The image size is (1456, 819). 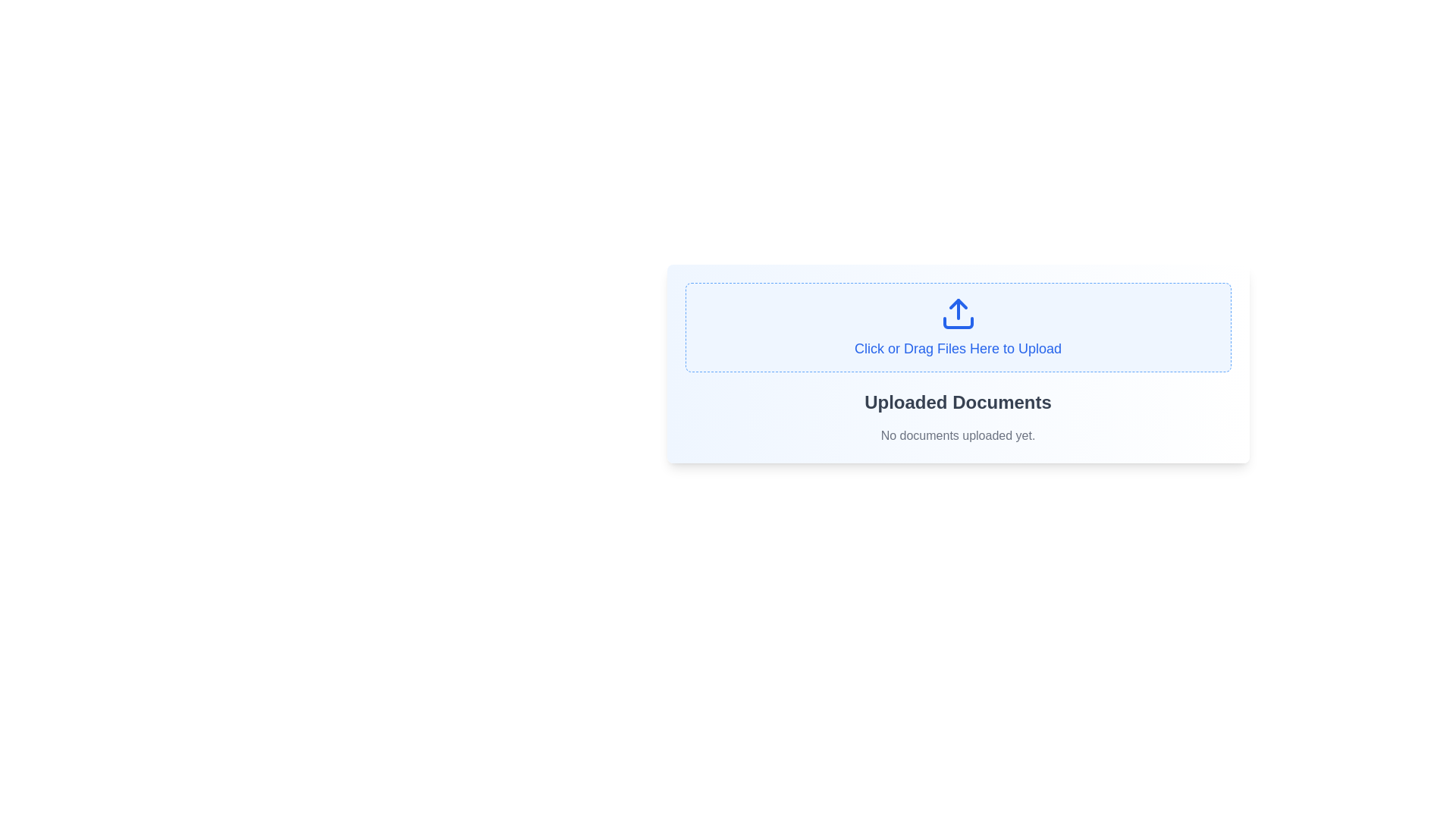 What do you see at coordinates (957, 348) in the screenshot?
I see `text from the Text label element that contains 'Click or Drag Files Here to Upload', which is styled in medium-sized blue font and changes to darker blue on hover` at bounding box center [957, 348].